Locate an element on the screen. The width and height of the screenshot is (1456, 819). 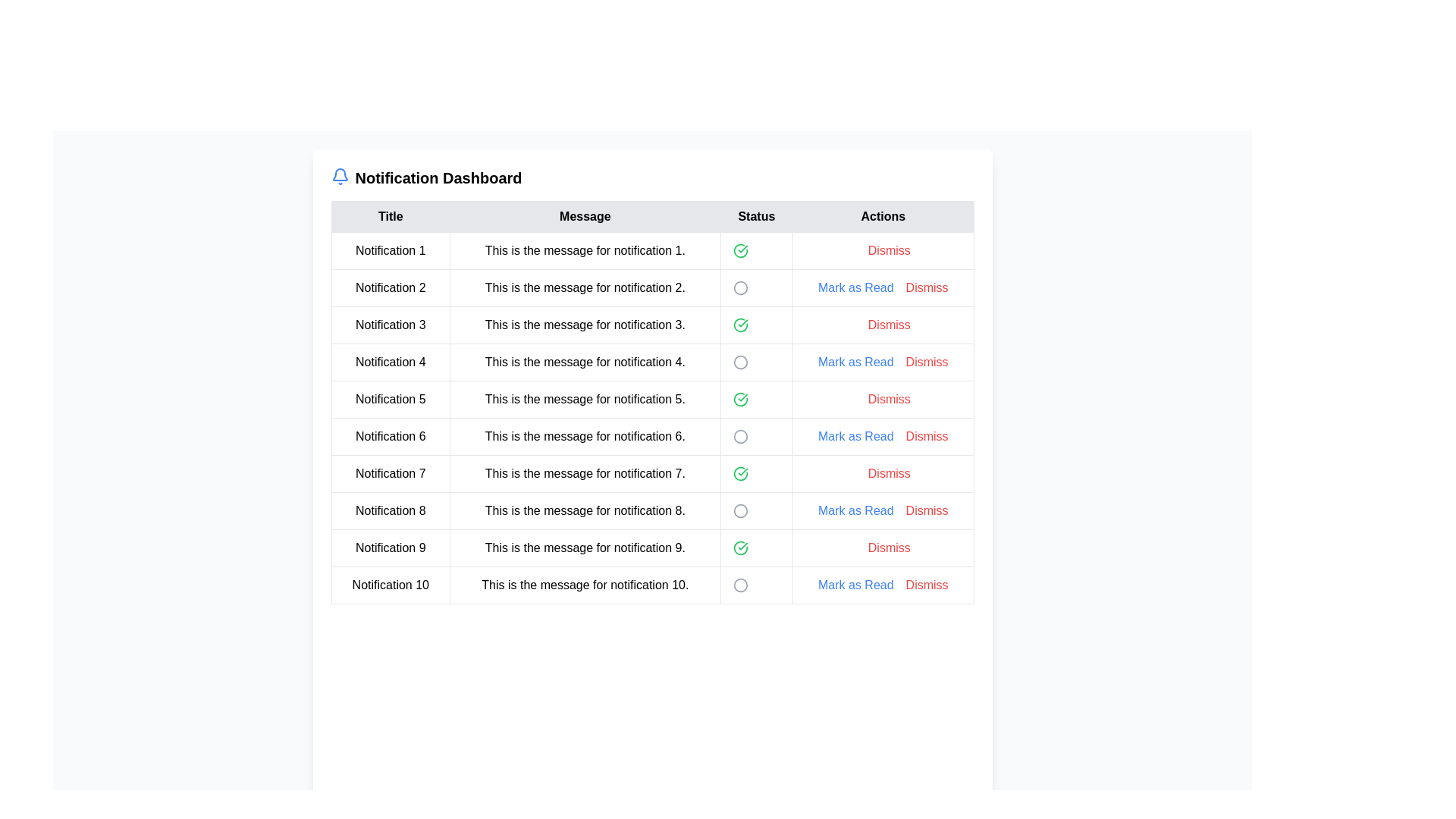
the text label displaying 'Notification 5' in the first column of the fifth row in the 'Notification Dashboard' table is located at coordinates (391, 399).